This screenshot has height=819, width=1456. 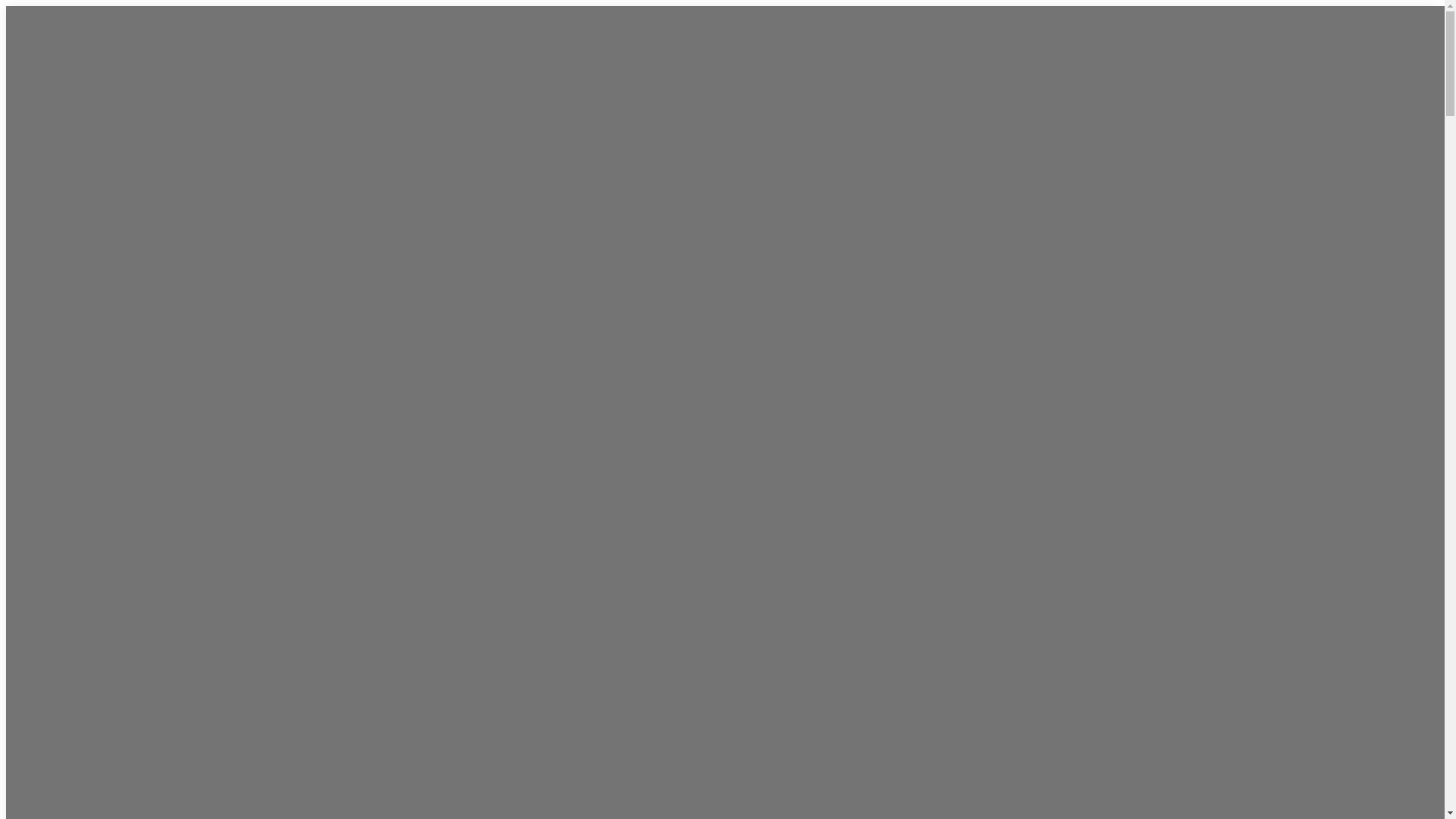 What do you see at coordinates (714, 160) in the screenshot?
I see `'Environment and Planning Law'` at bounding box center [714, 160].